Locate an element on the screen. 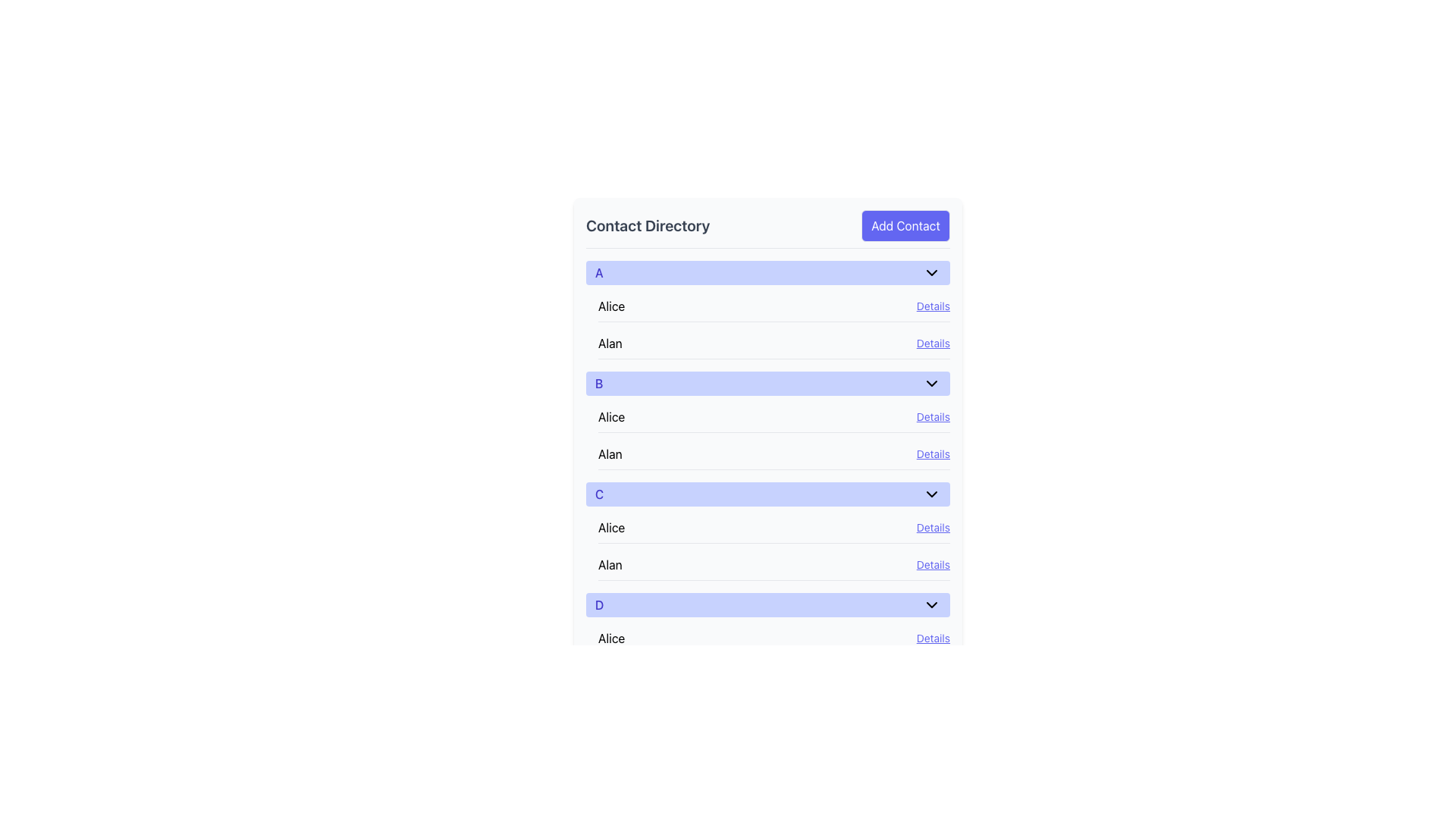 The image size is (1456, 819). the text label representing the contact entry 'Alice' in the directory is located at coordinates (611, 306).